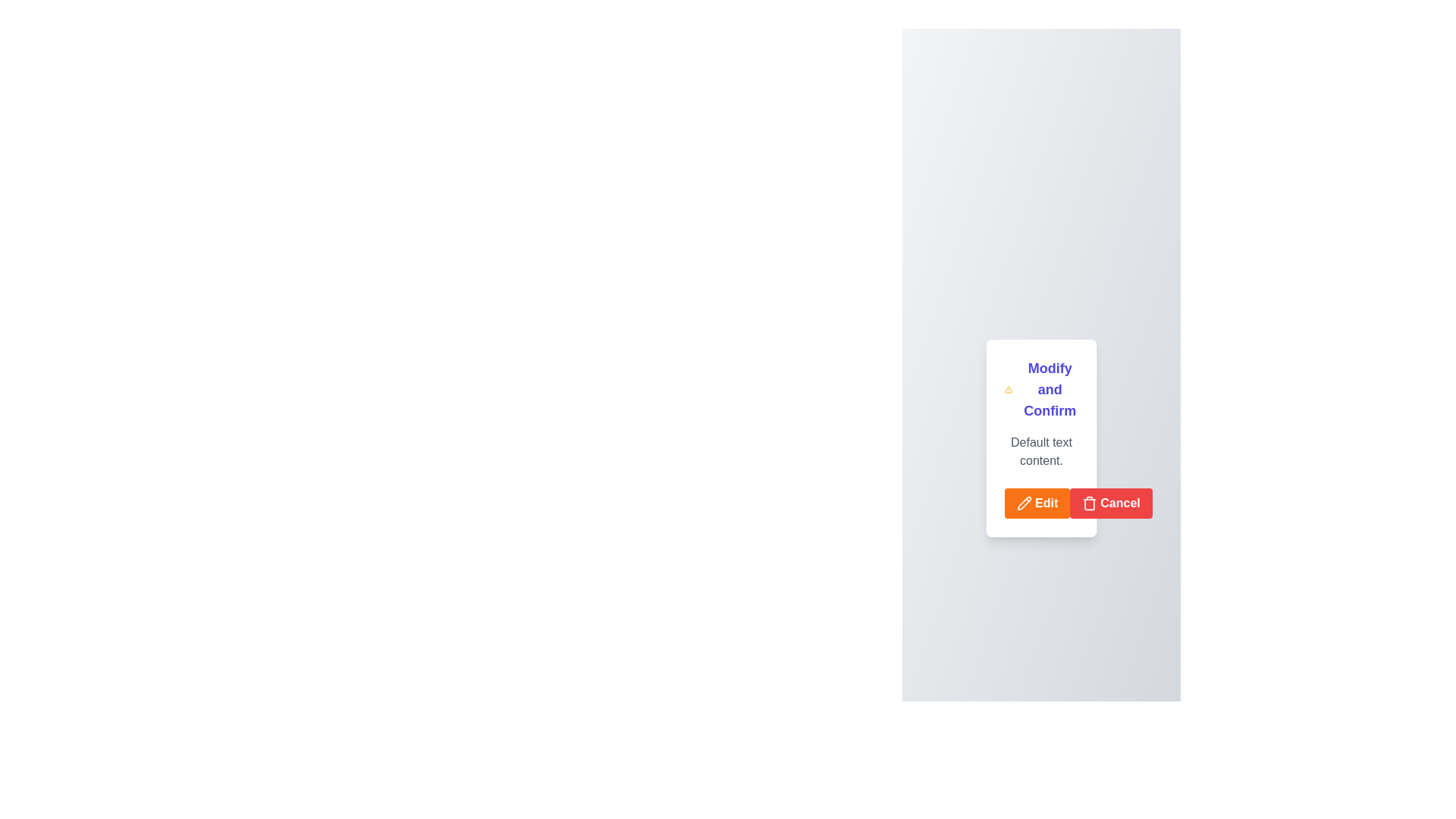 This screenshot has height=819, width=1456. What do you see at coordinates (1040, 451) in the screenshot?
I see `the static text label that reads 'Default text content' which is styled in a gray font and located within a white rectangular card with rounded corners` at bounding box center [1040, 451].